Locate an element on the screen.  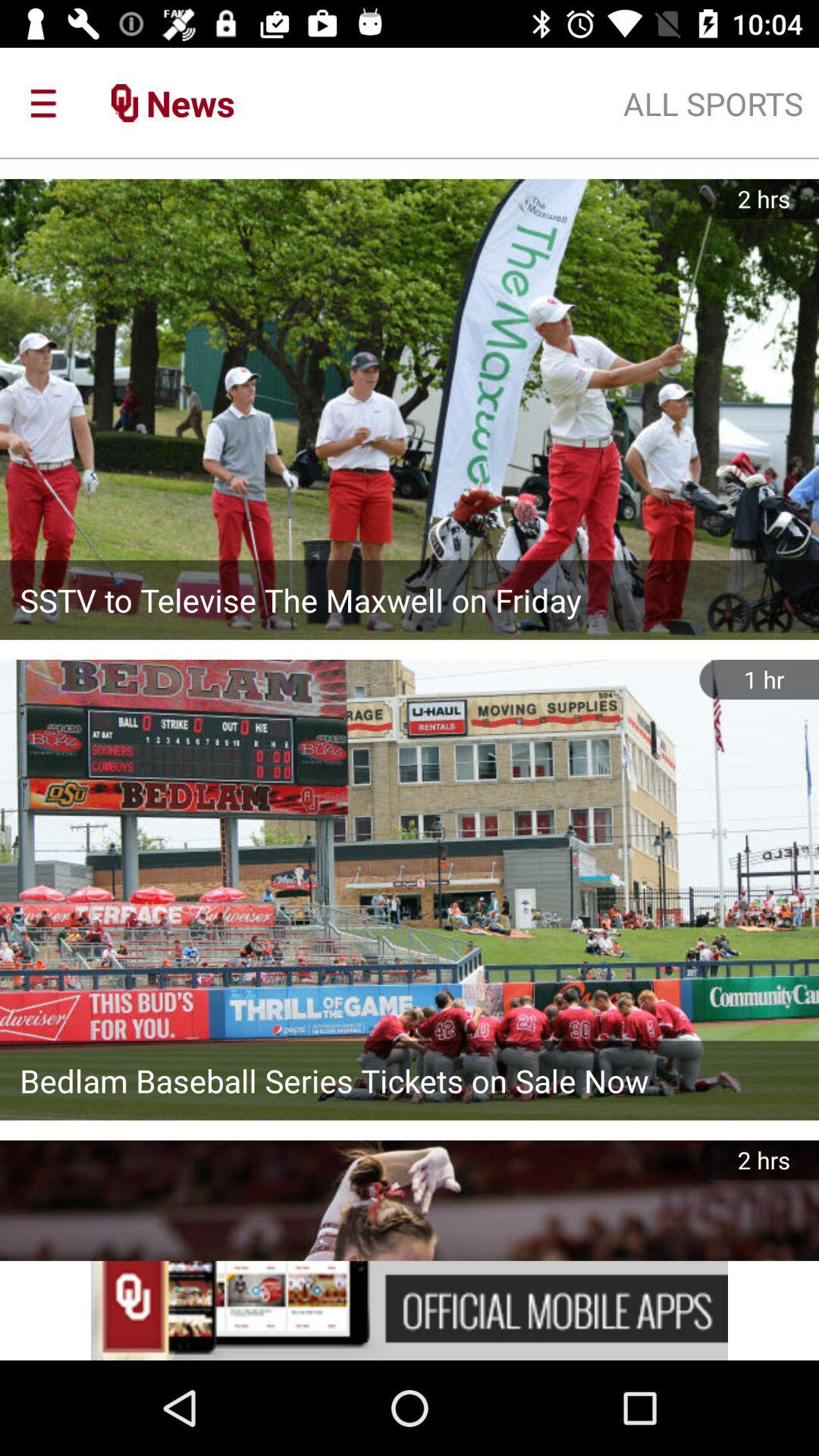
advertisement is located at coordinates (409, 1310).